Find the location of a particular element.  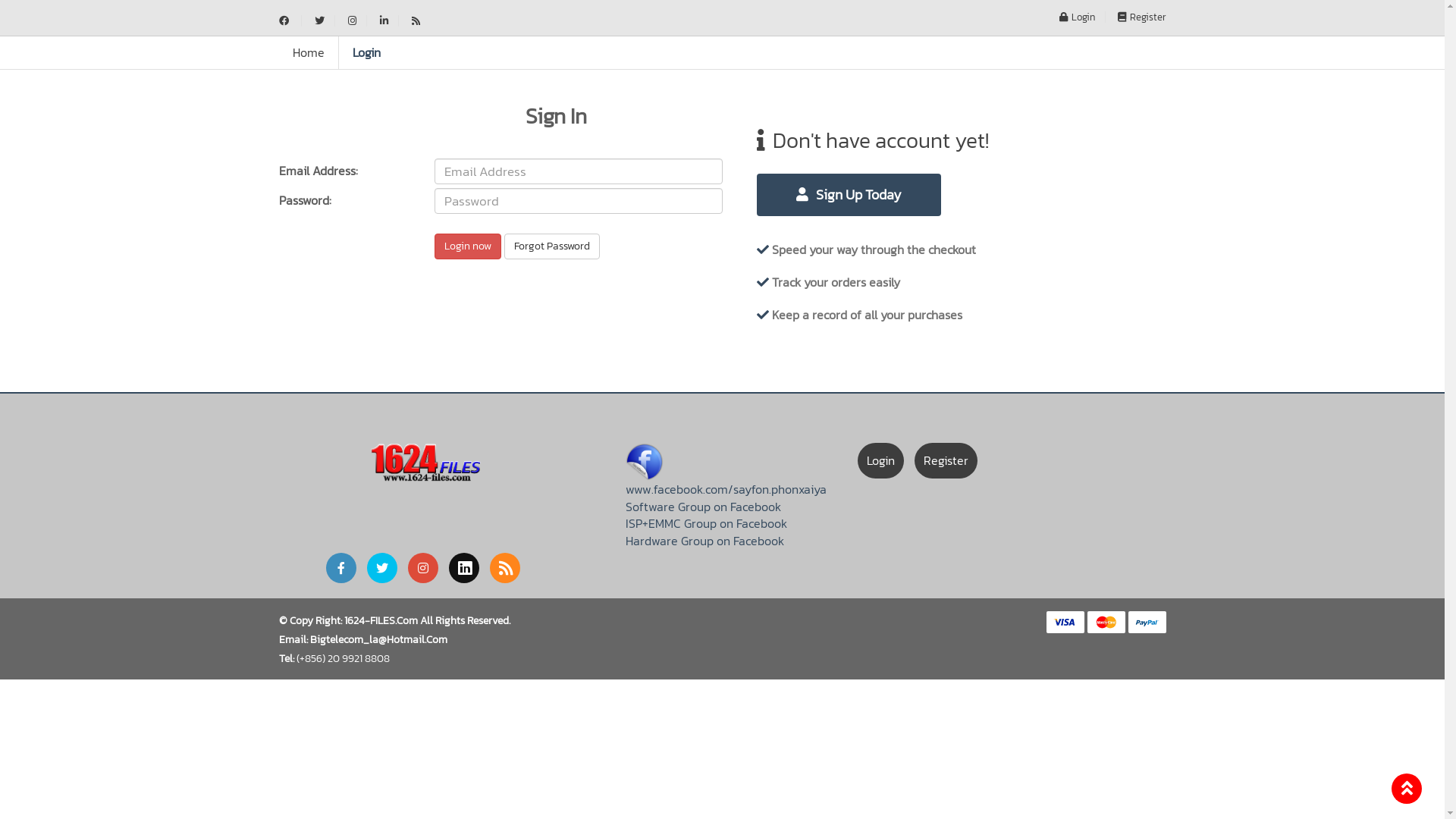

'Hardware Group on Facebook' is located at coordinates (704, 540).